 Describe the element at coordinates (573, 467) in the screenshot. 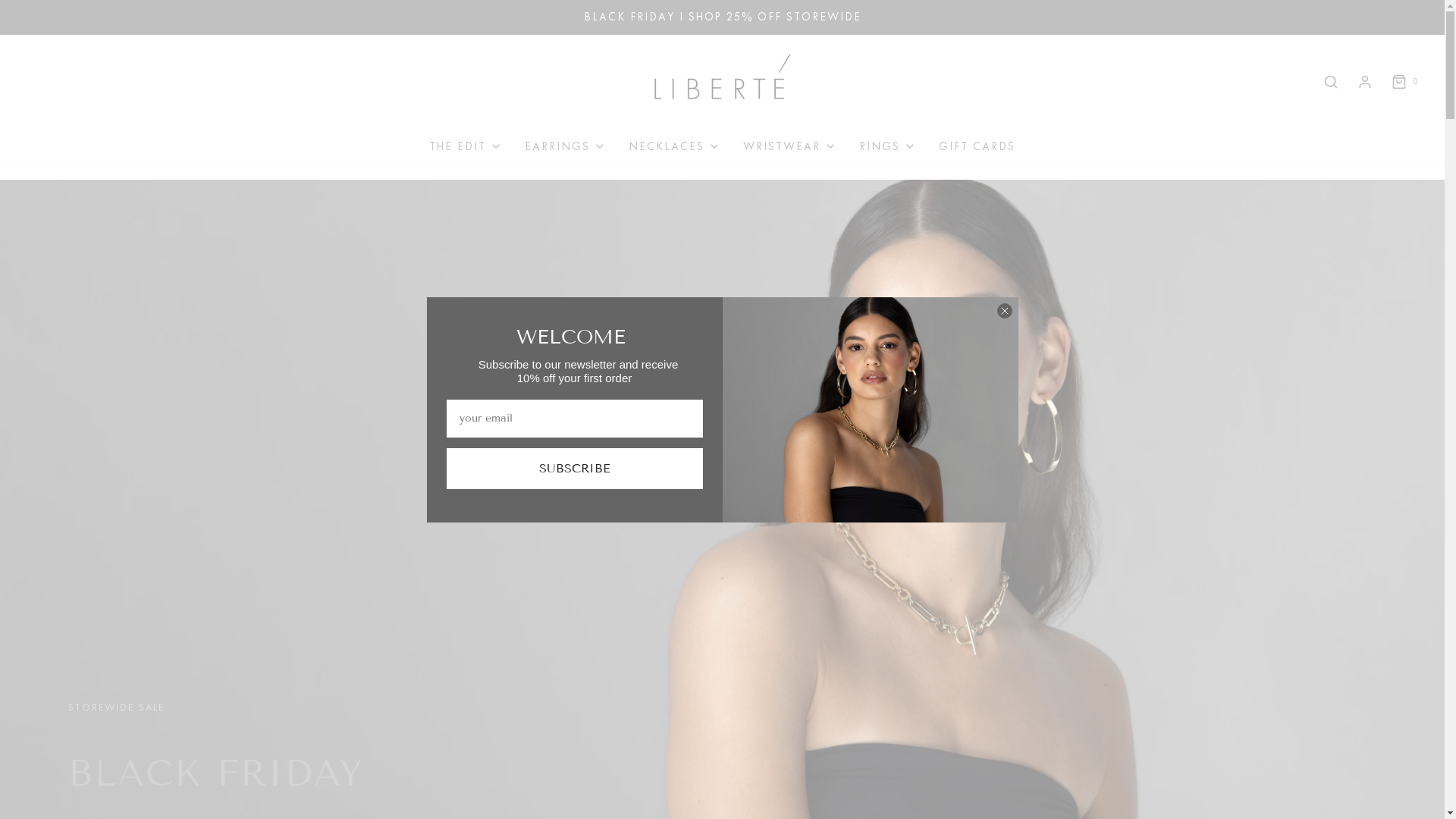

I see `'SUBSCRIBE'` at that location.